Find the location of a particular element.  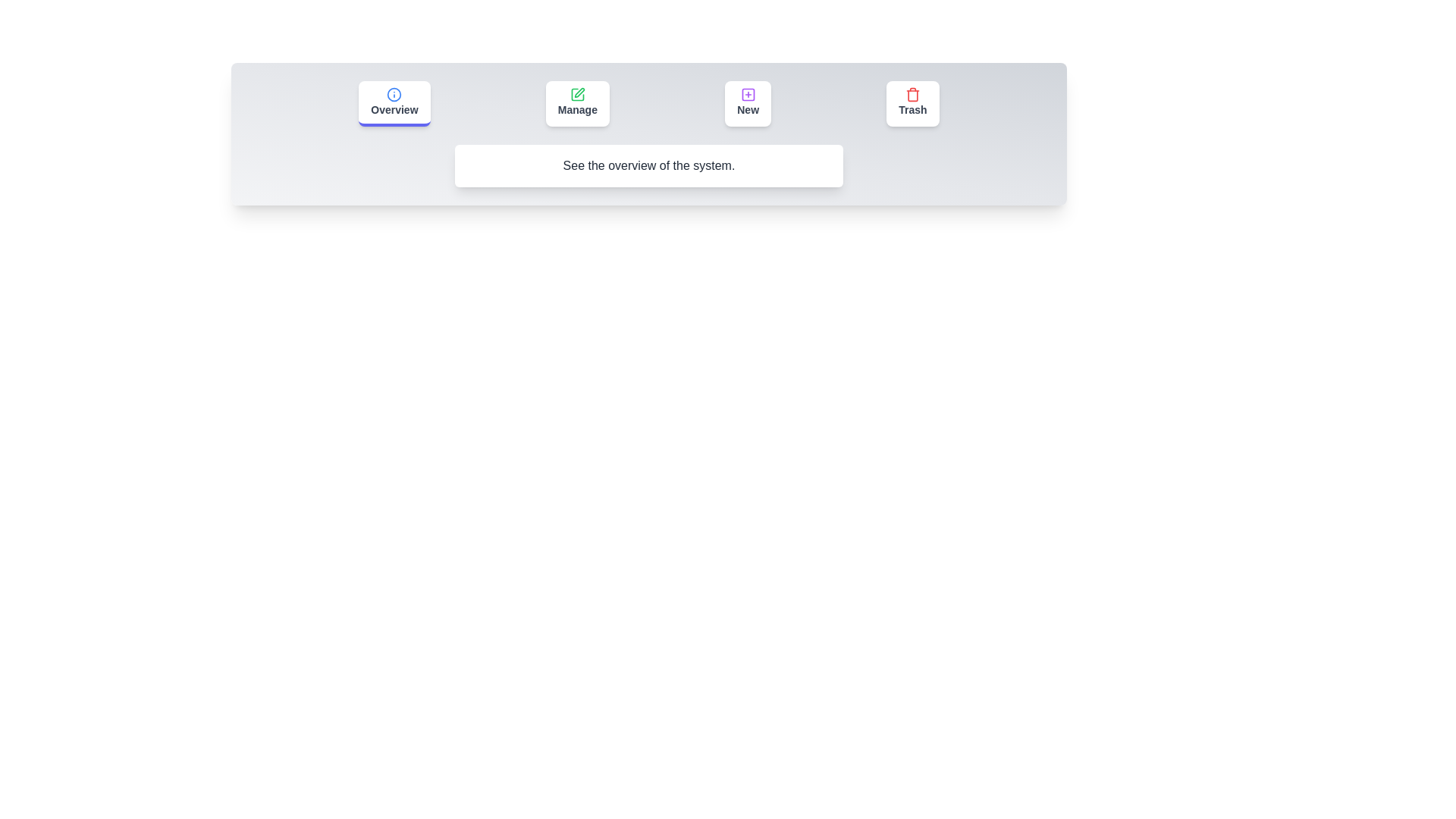

the tab labeled New to observe its visual transition effect is located at coordinates (748, 103).